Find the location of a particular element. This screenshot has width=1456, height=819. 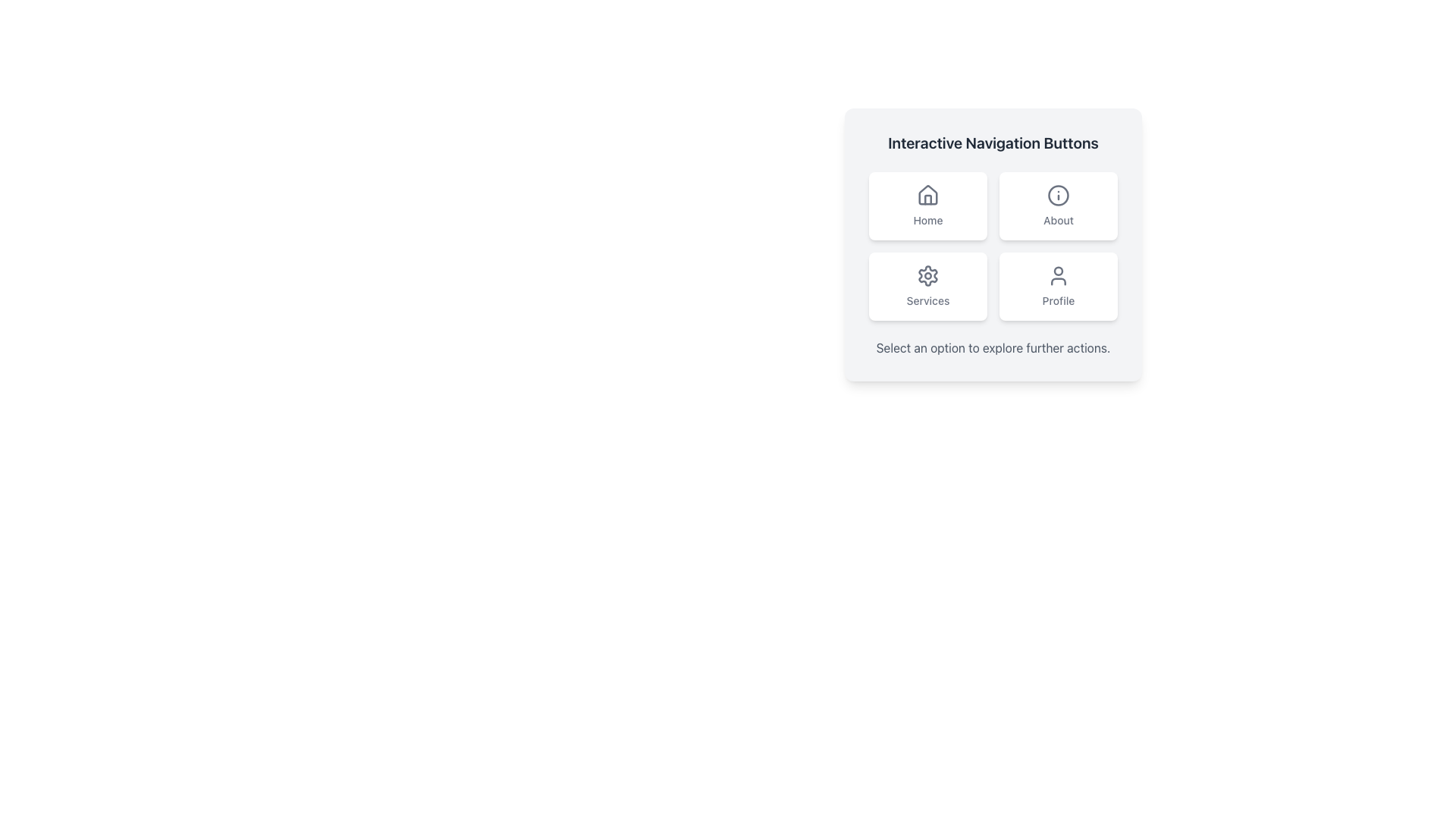

the circular icon with an inner exclamation mark that is part of the 'About' button in the second position of the top row within a 2x2 grid of buttons is located at coordinates (1058, 195).